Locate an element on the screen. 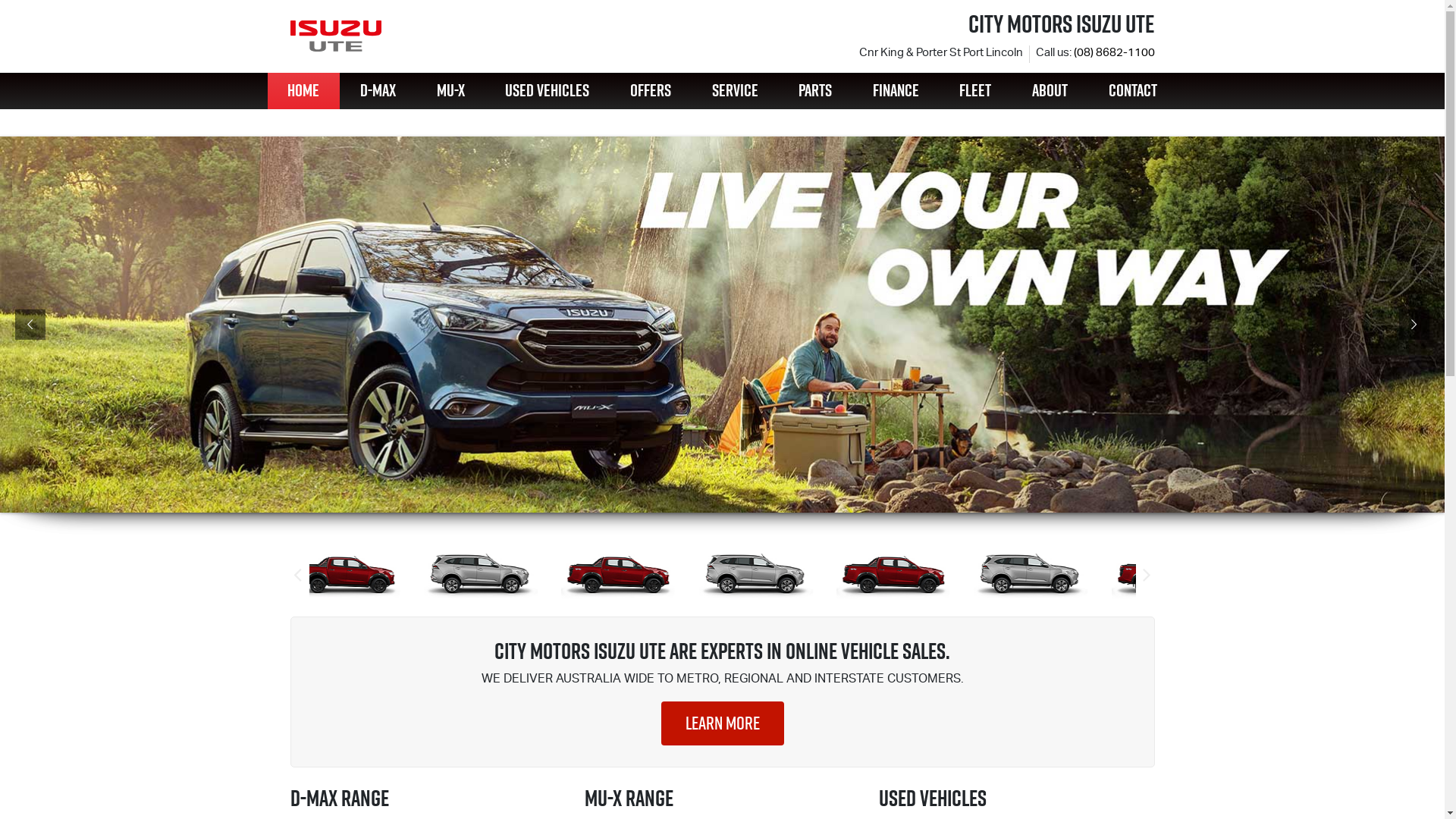 This screenshot has width=1456, height=819. 'SERVICE' is located at coordinates (735, 90).